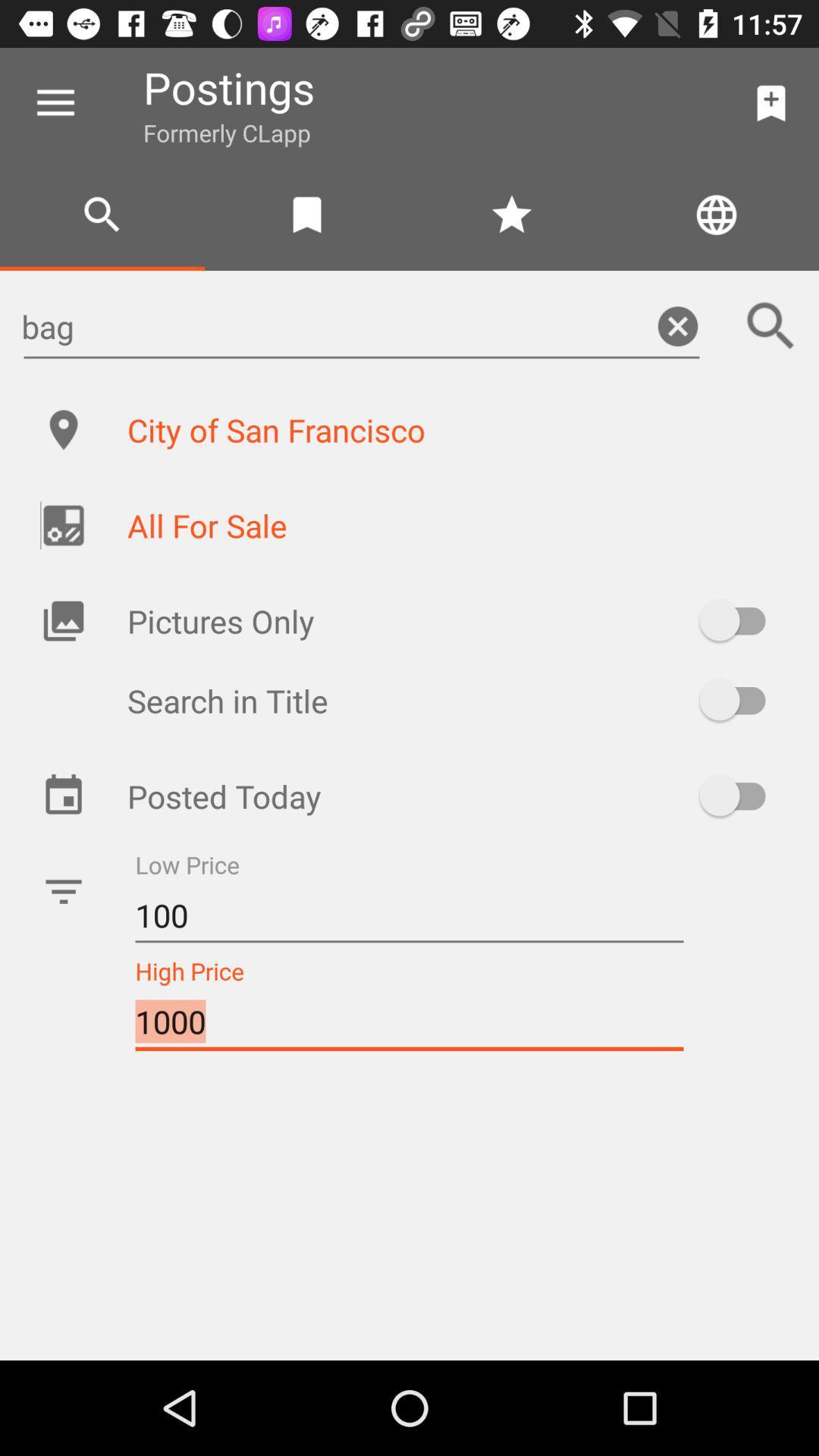 The height and width of the screenshot is (1456, 819). What do you see at coordinates (739, 620) in the screenshot?
I see `on/off option` at bounding box center [739, 620].